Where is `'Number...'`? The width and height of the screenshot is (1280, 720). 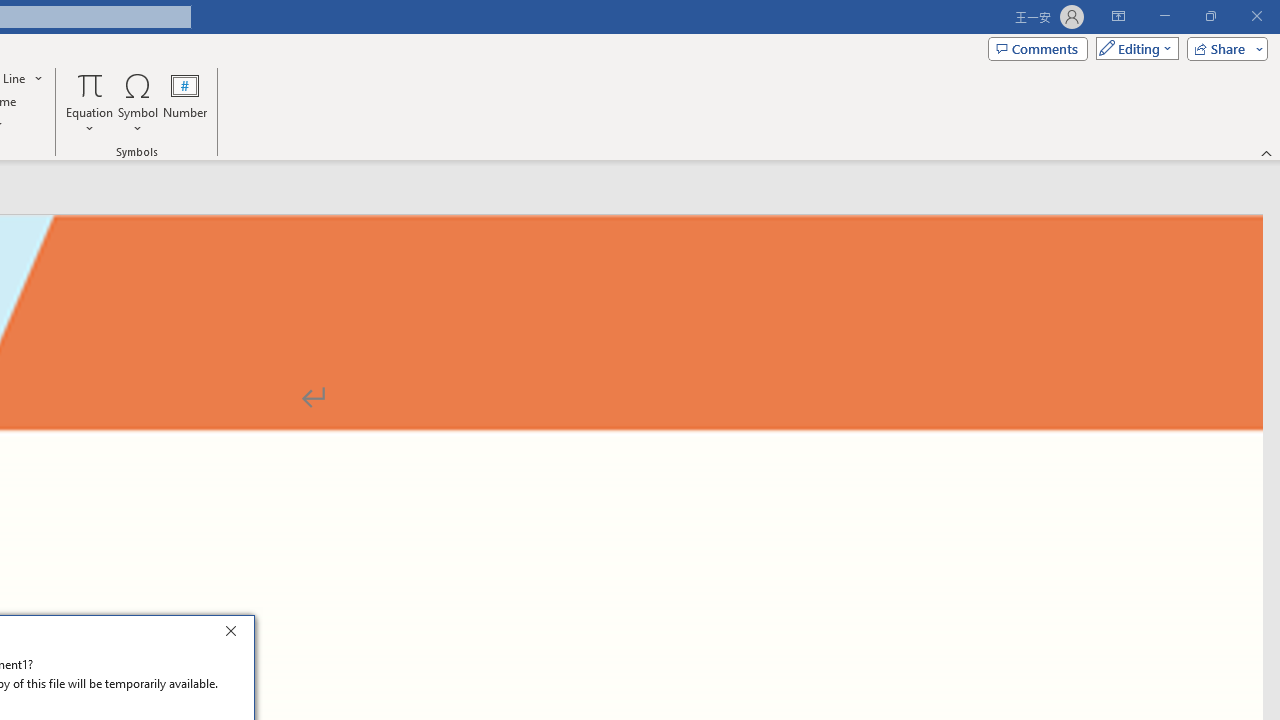 'Number...' is located at coordinates (185, 103).